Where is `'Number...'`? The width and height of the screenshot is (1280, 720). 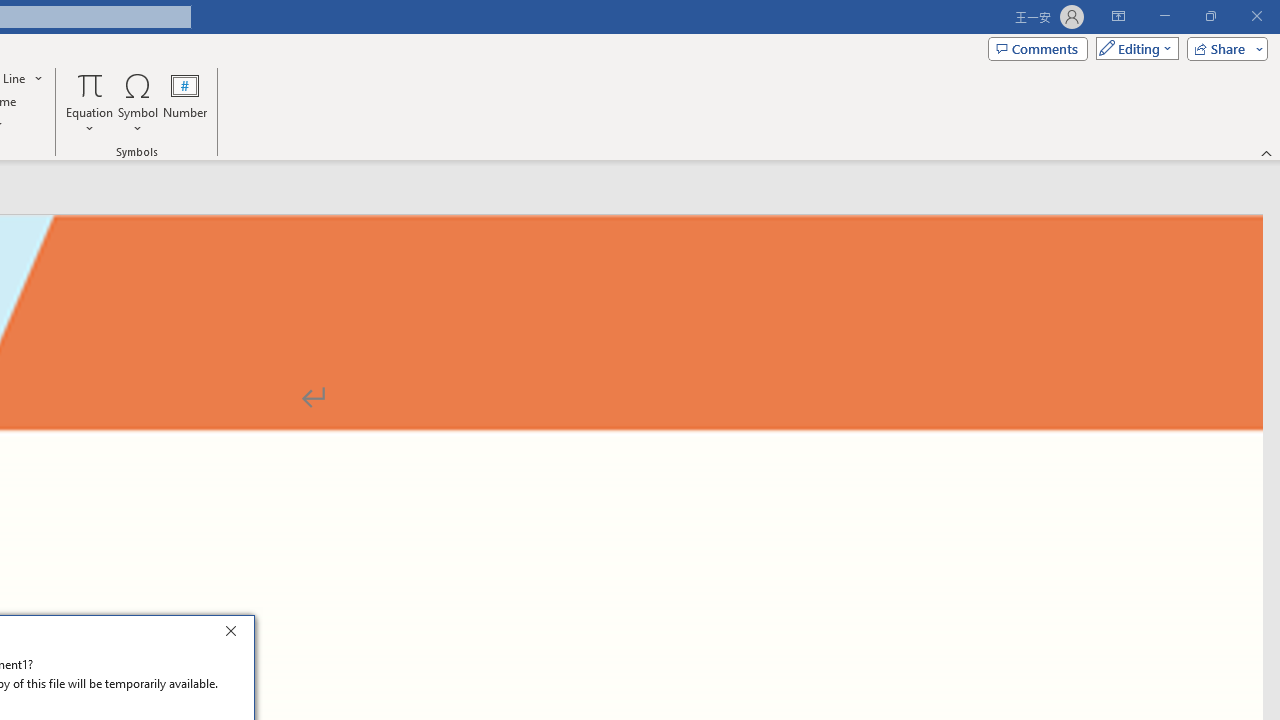 'Number...' is located at coordinates (185, 103).